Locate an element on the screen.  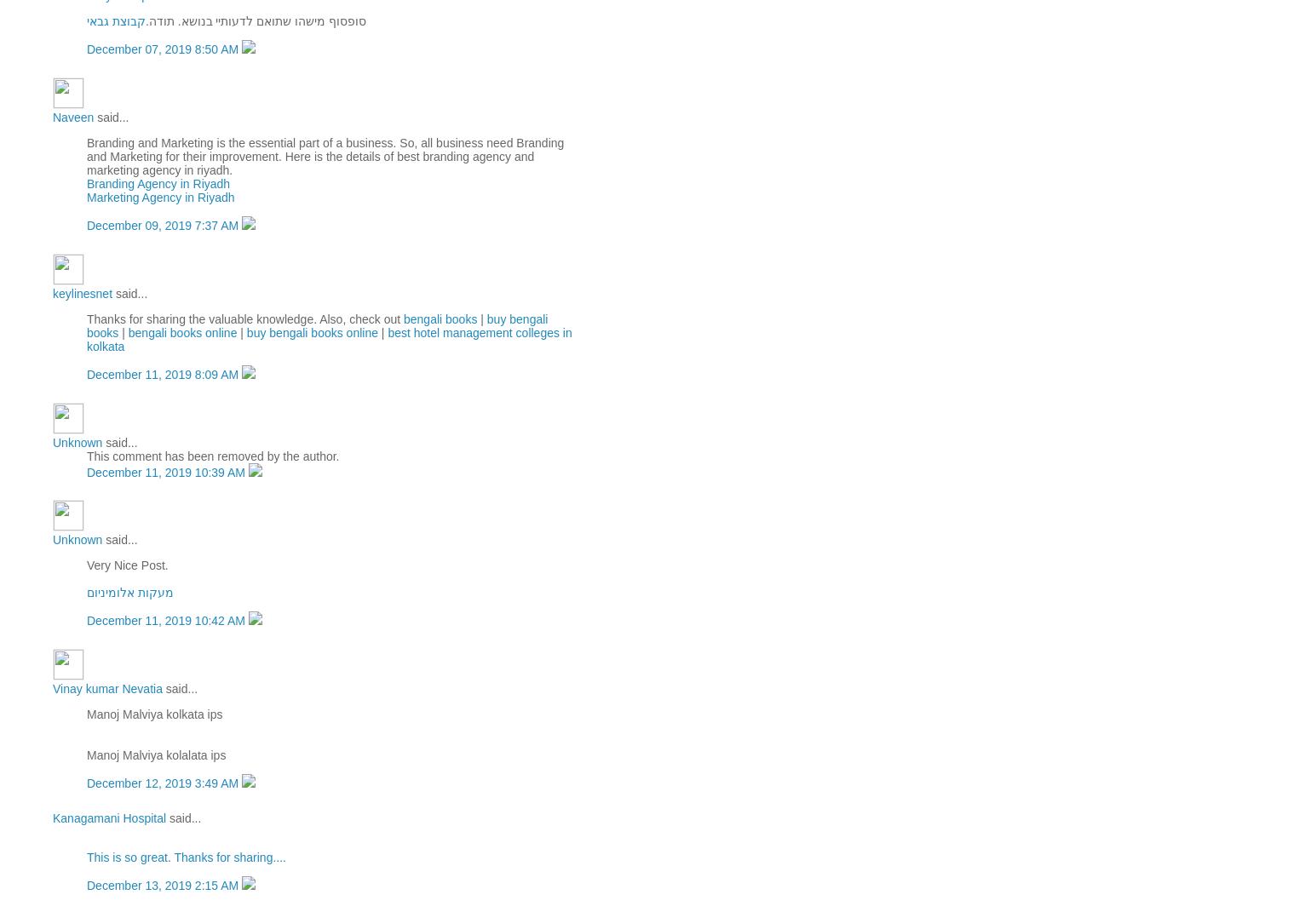
'This' is located at coordinates (96, 857).